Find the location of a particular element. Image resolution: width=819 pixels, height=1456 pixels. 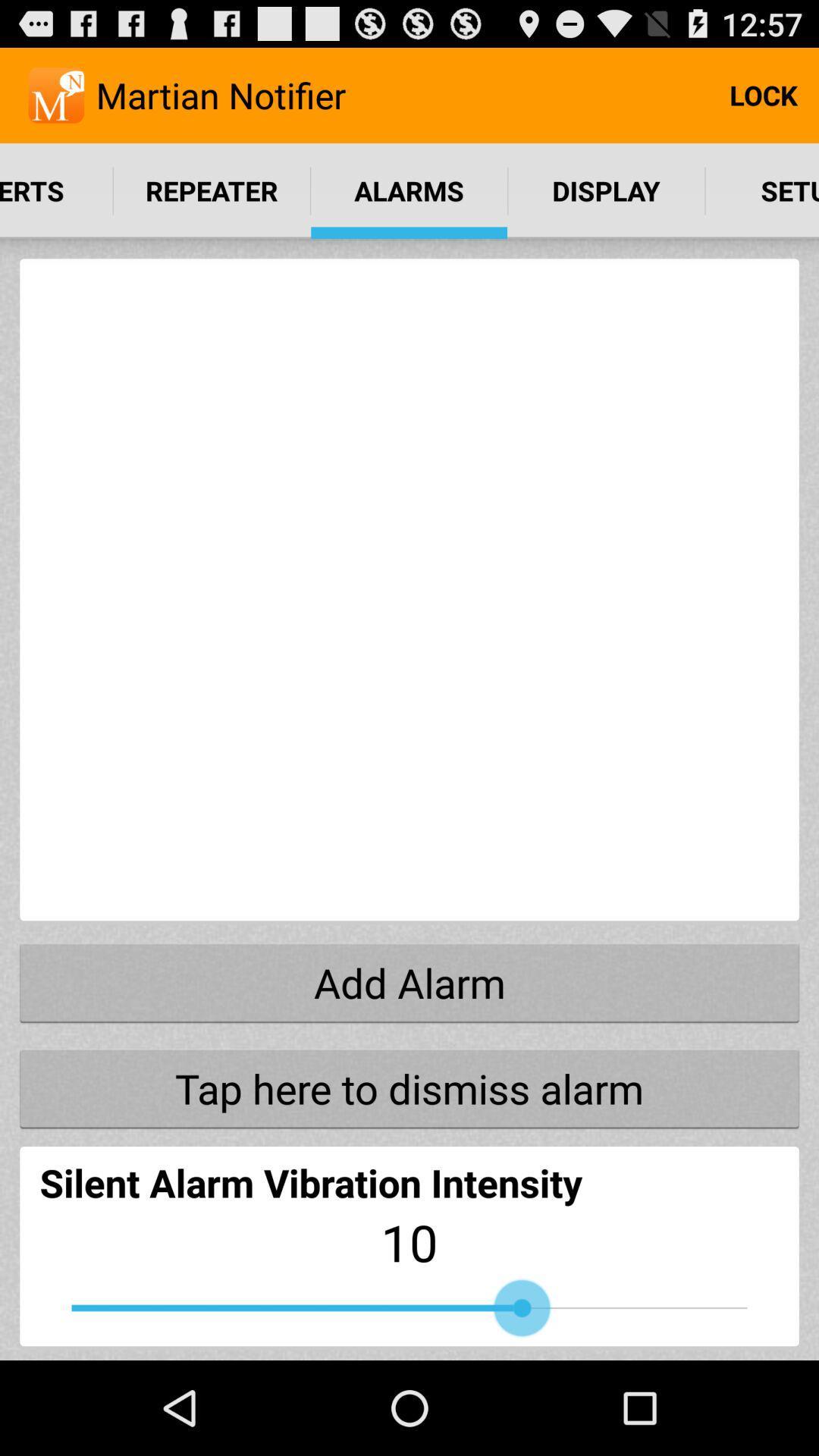

tap here to is located at coordinates (409, 1087).